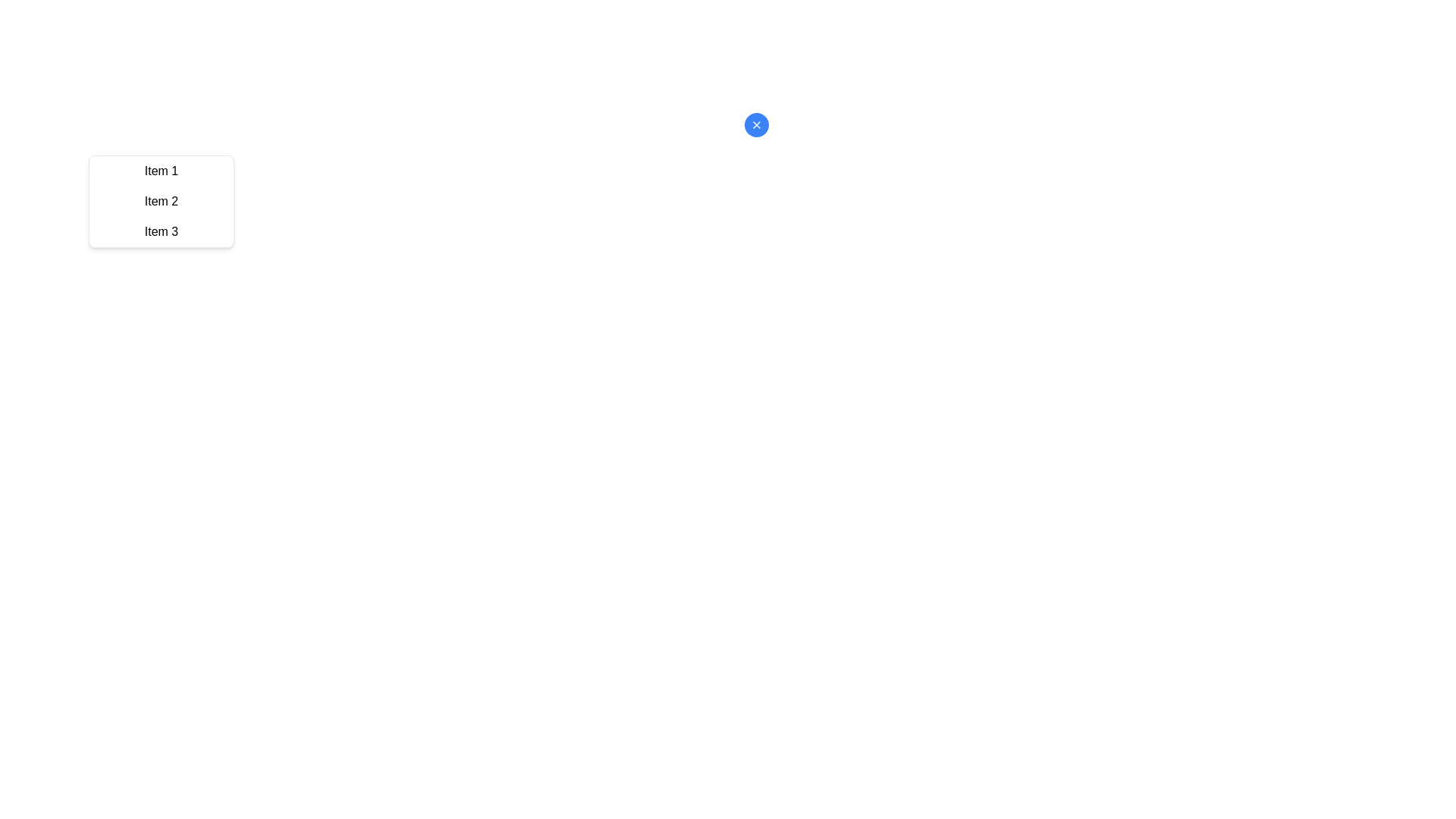 The image size is (1456, 819). Describe the element at coordinates (756, 124) in the screenshot. I see `the circular blue button with a white 'X' icon at its center` at that location.